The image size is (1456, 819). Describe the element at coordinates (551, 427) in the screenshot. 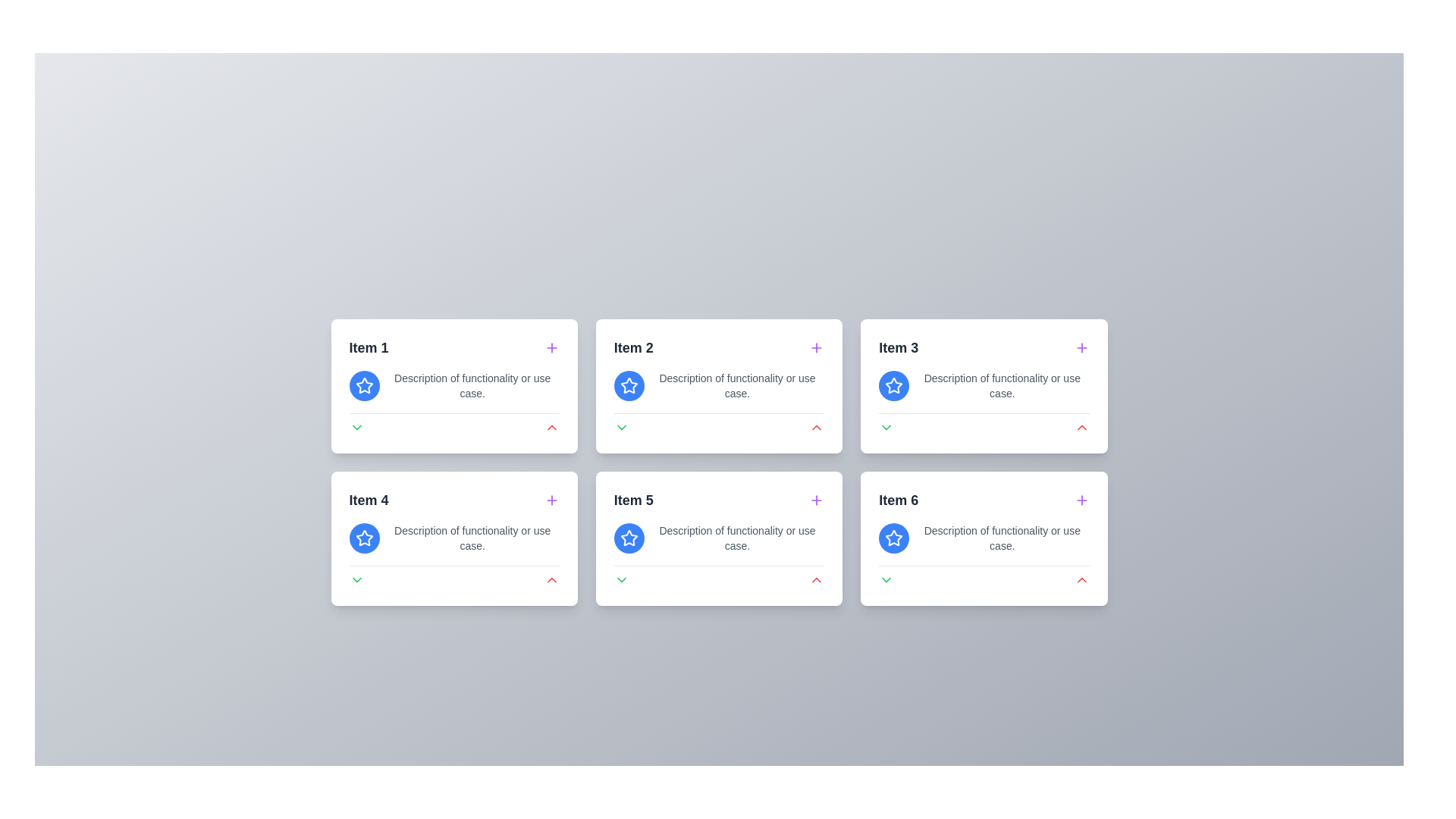

I see `the red upward-facing chevron icon located in the bottom-right corner of 'Item 2' for additional interaction effects` at that location.